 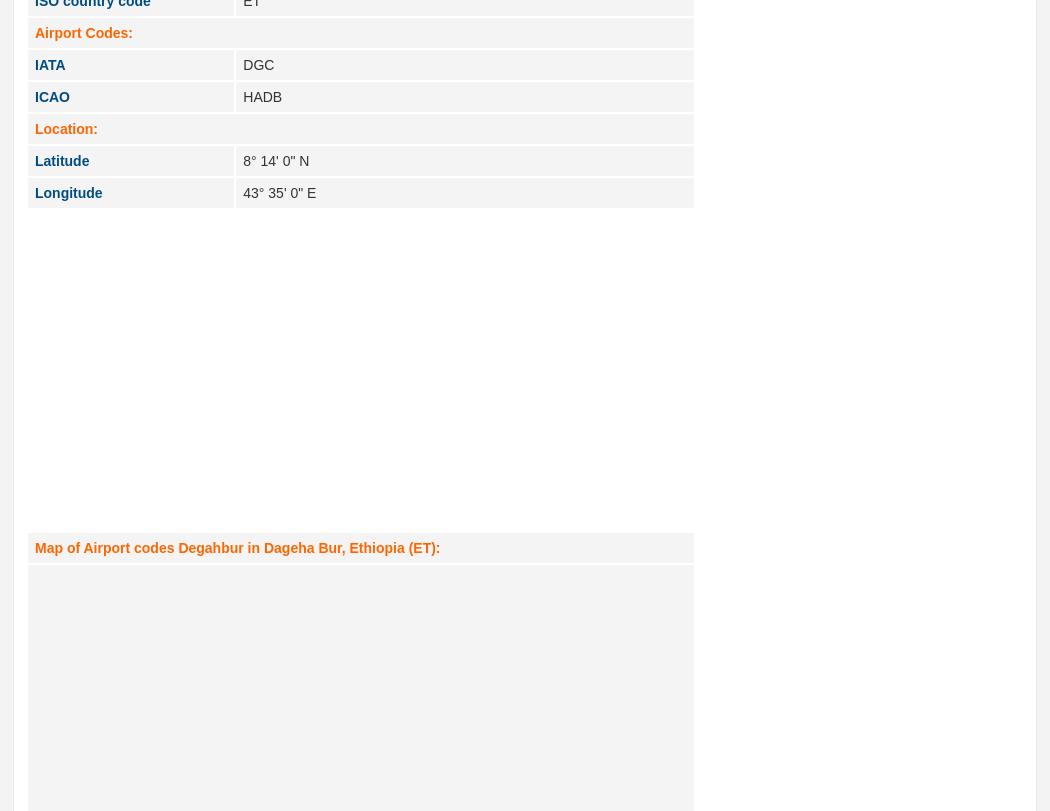 I want to click on 'Airport Codes:', so click(x=34, y=33).